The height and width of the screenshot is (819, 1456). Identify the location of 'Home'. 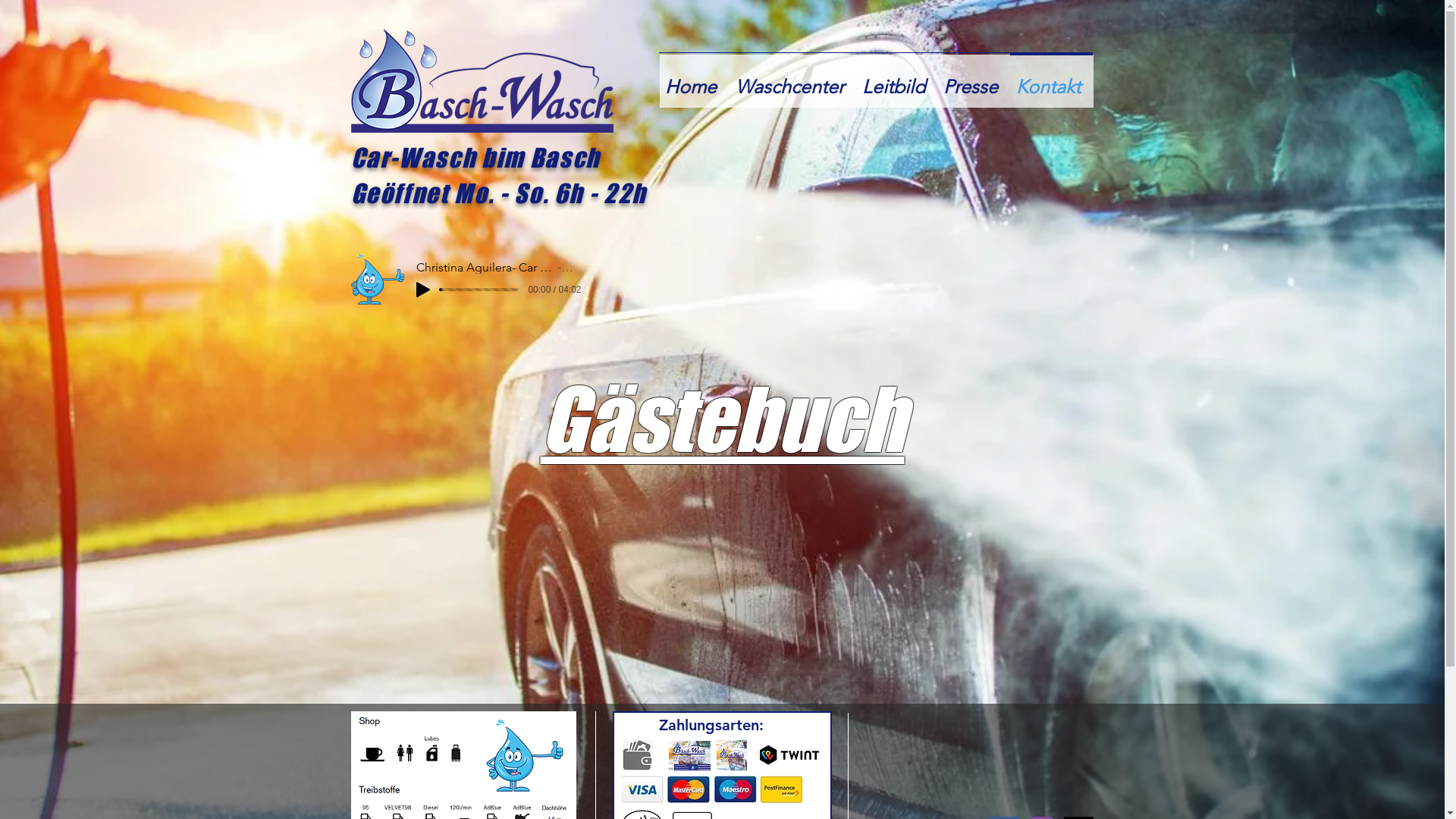
(692, 80).